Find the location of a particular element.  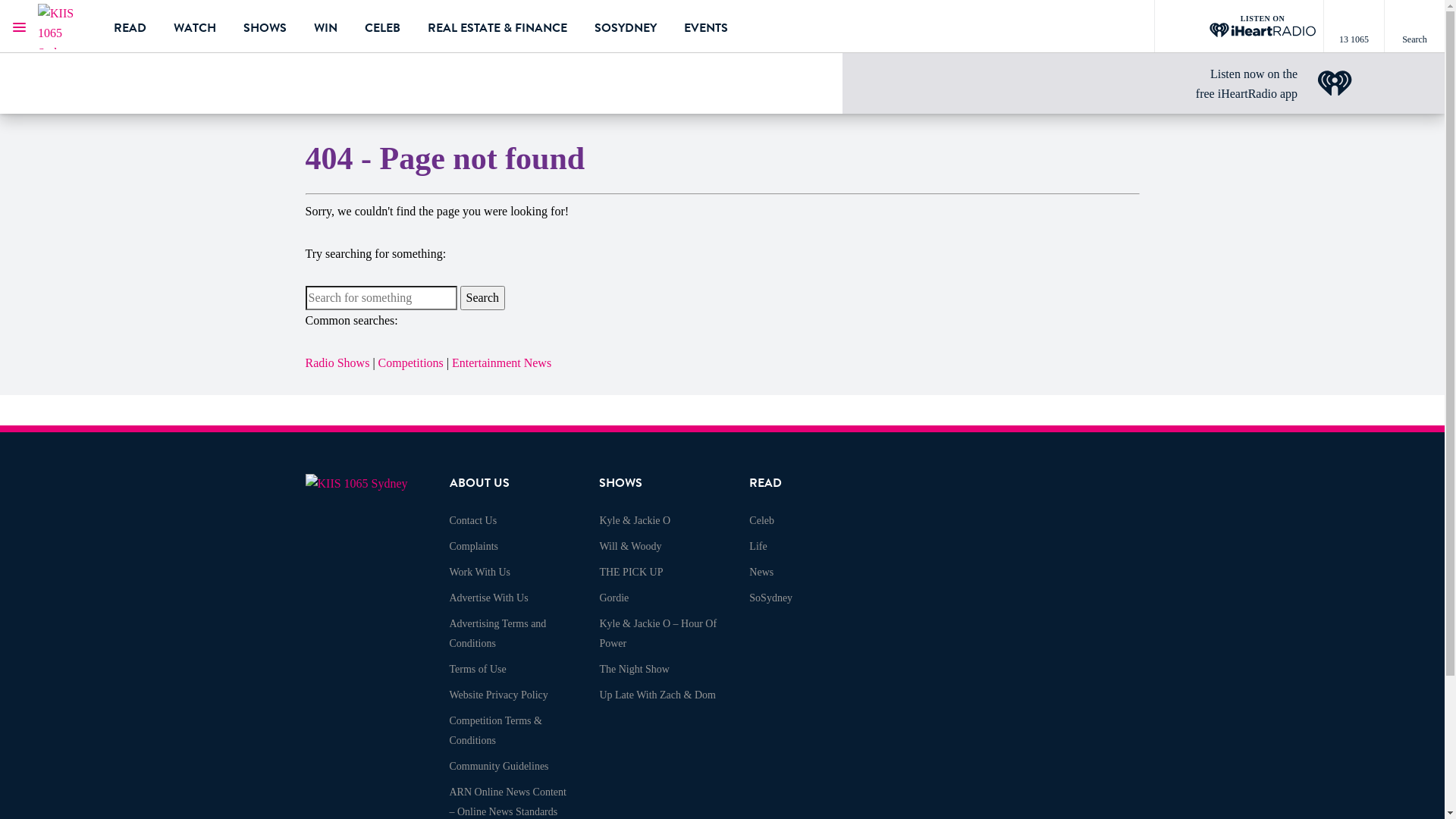

'Kyle & Jackie O' is located at coordinates (634, 519).